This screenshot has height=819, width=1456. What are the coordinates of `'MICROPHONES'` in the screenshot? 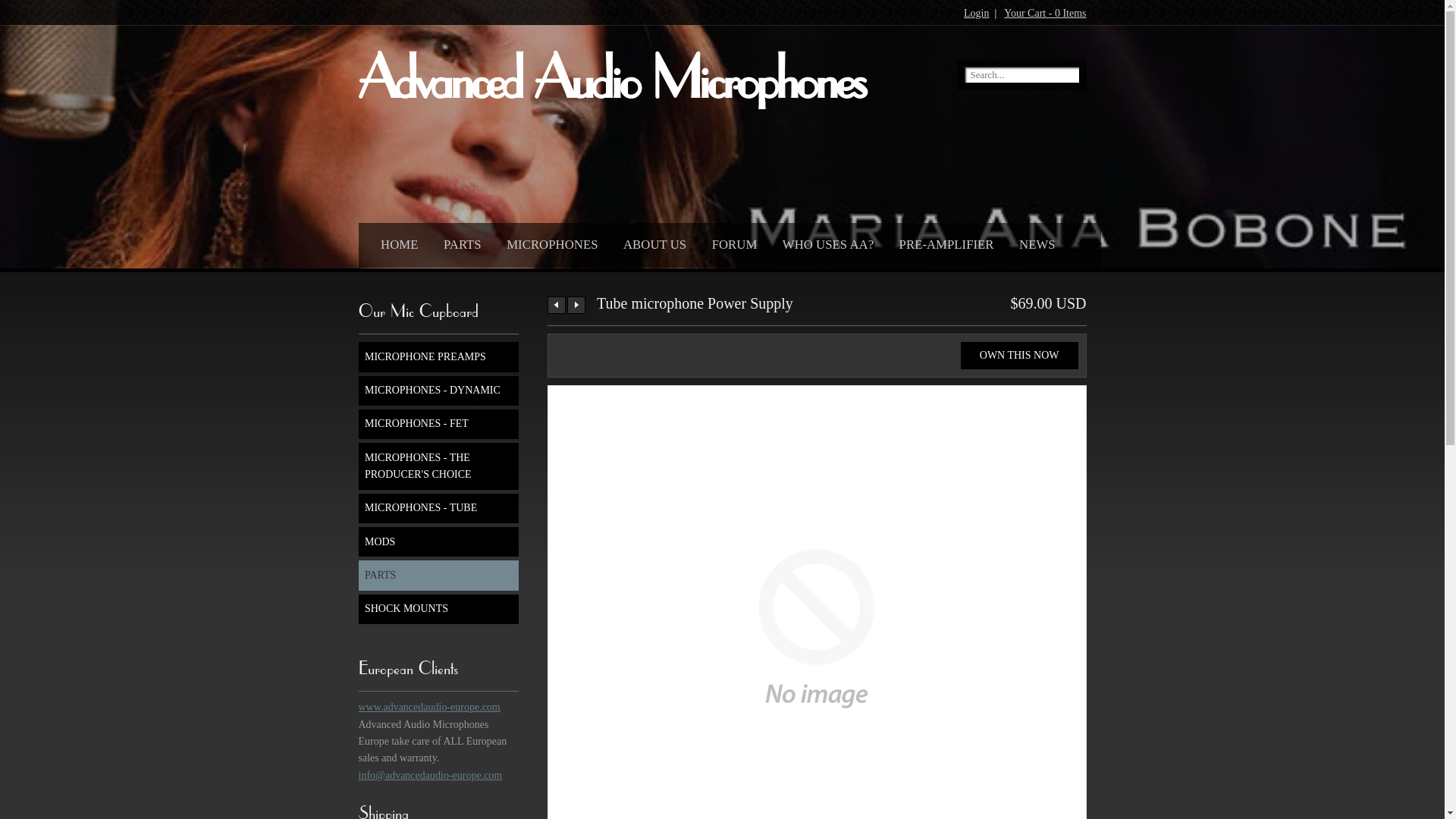 It's located at (548, 241).